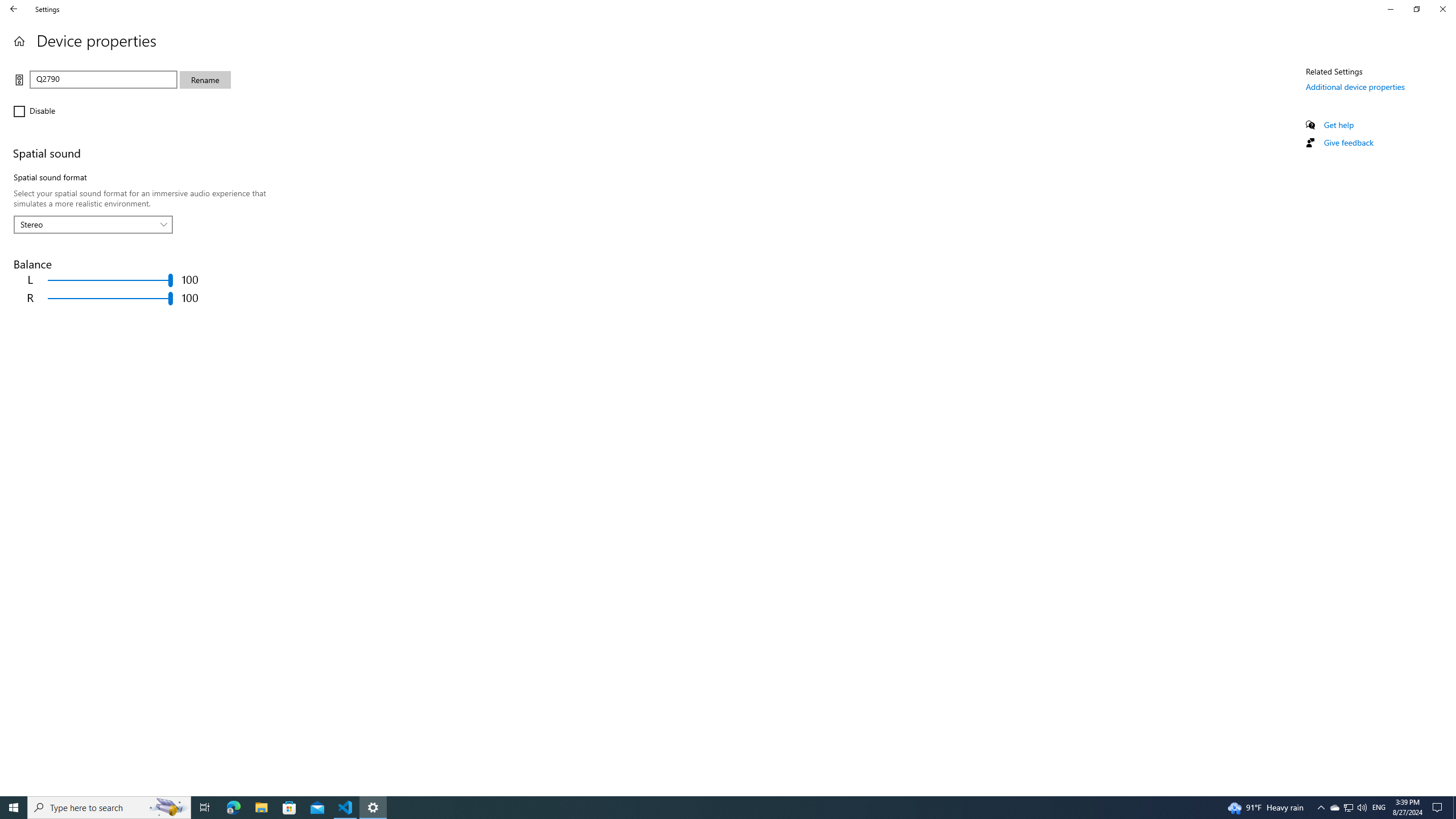 This screenshot has height=819, width=1456. I want to click on 'Settings - 1 running window', so click(373, 806).